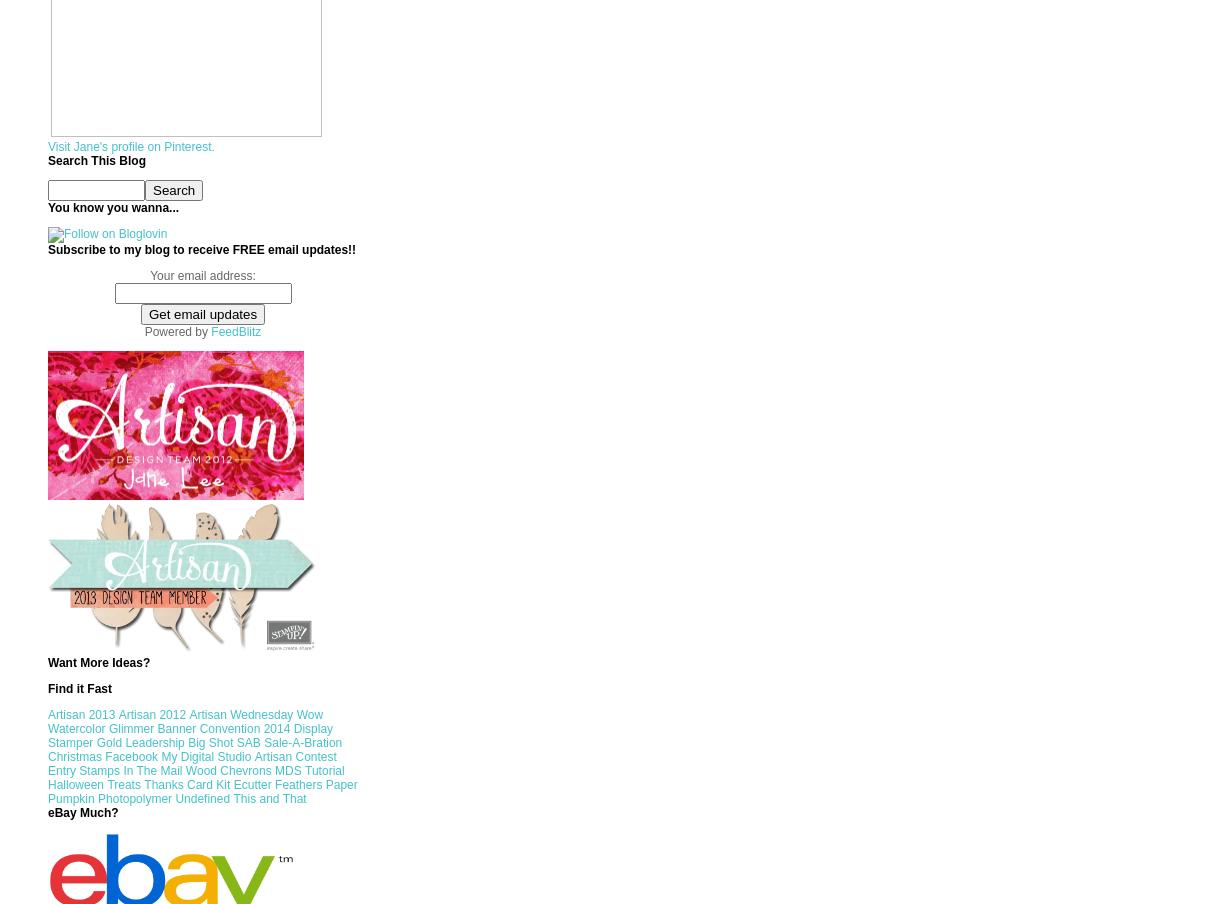 The width and height of the screenshot is (1208, 904). Describe the element at coordinates (129, 727) in the screenshot. I see `'Glimmer'` at that location.